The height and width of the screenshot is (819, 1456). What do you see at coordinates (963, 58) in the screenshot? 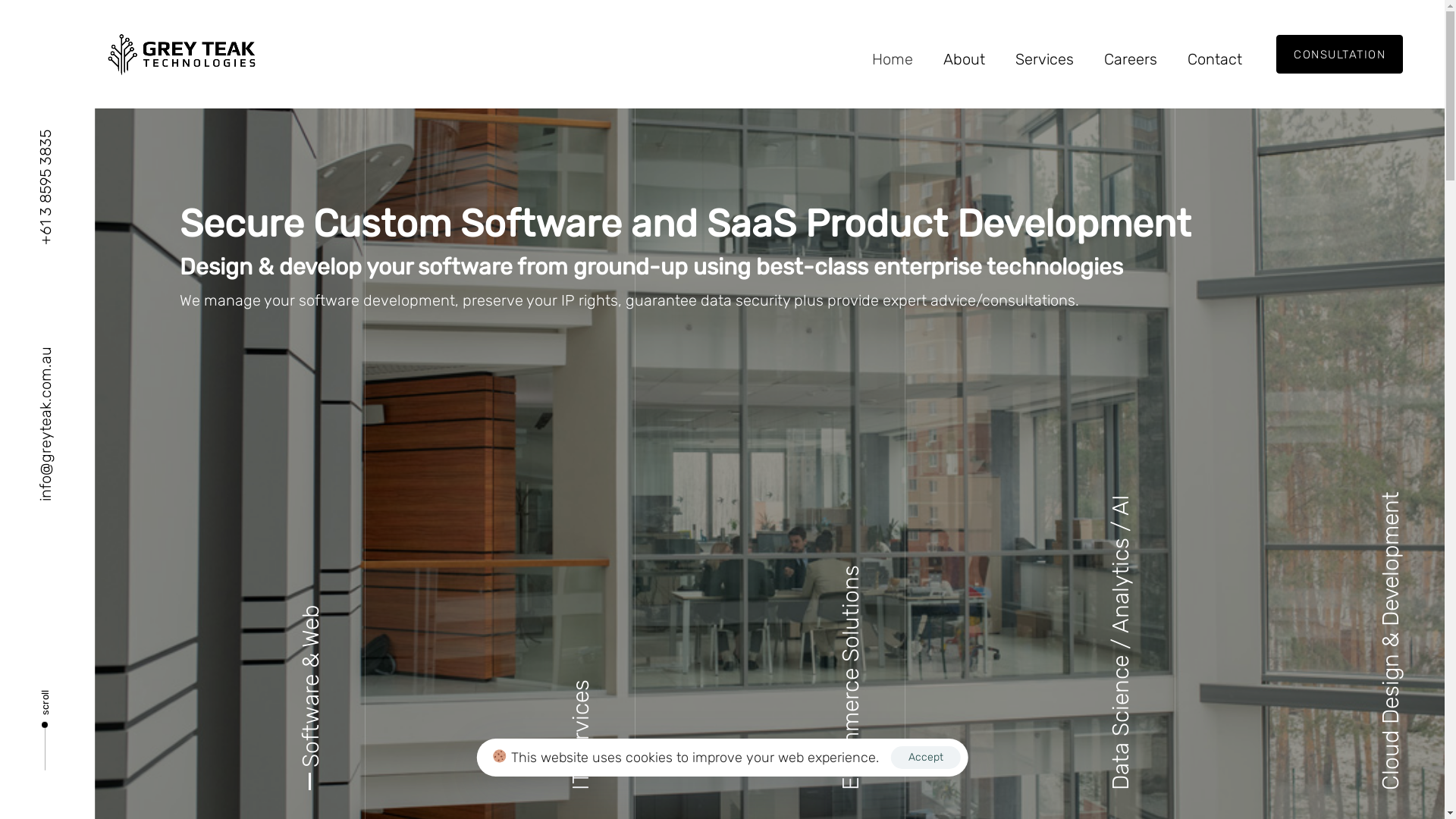
I see `'About'` at bounding box center [963, 58].